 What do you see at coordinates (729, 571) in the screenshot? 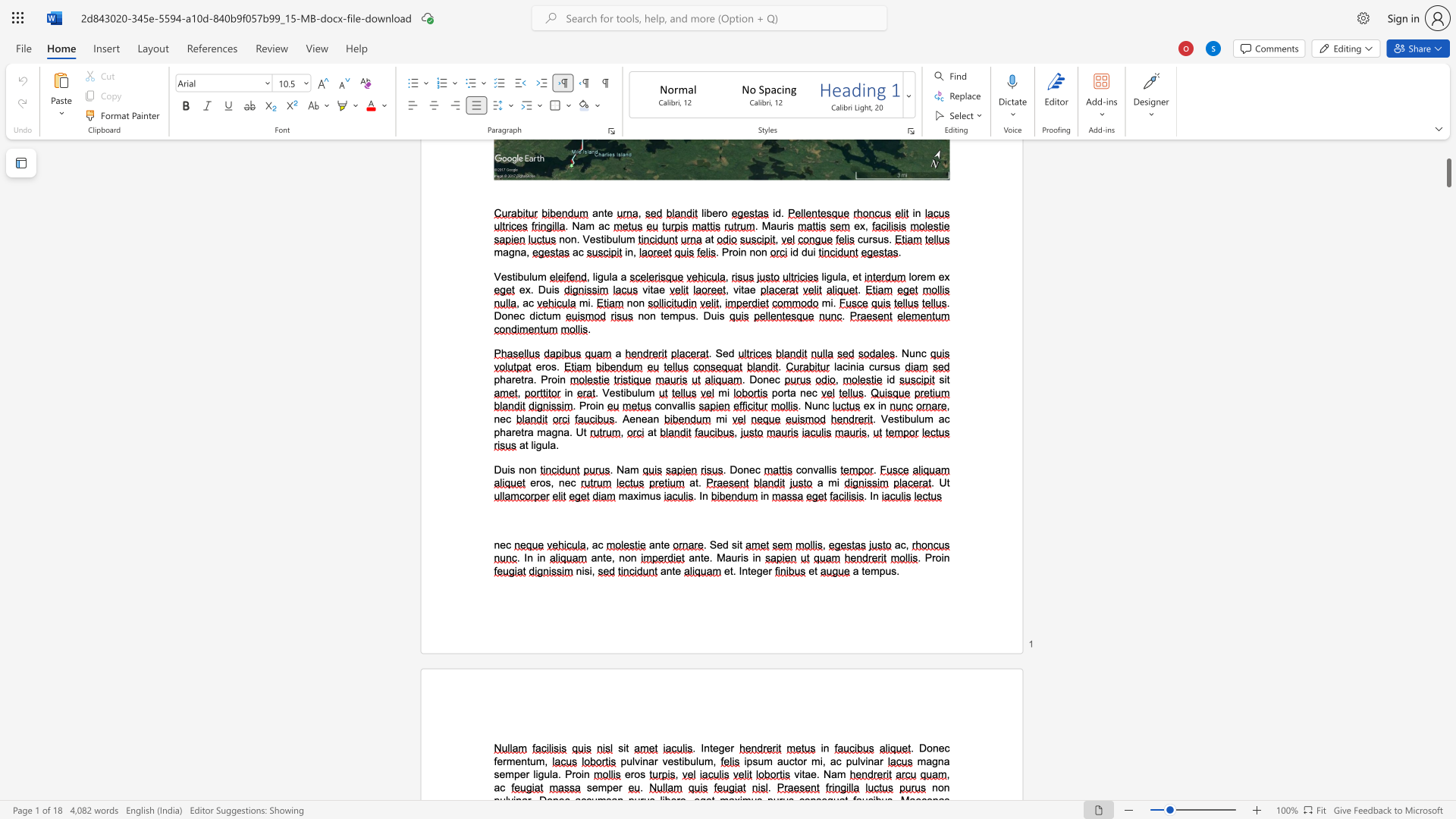
I see `the space between the continuous character "e" and "t" in the text` at bounding box center [729, 571].